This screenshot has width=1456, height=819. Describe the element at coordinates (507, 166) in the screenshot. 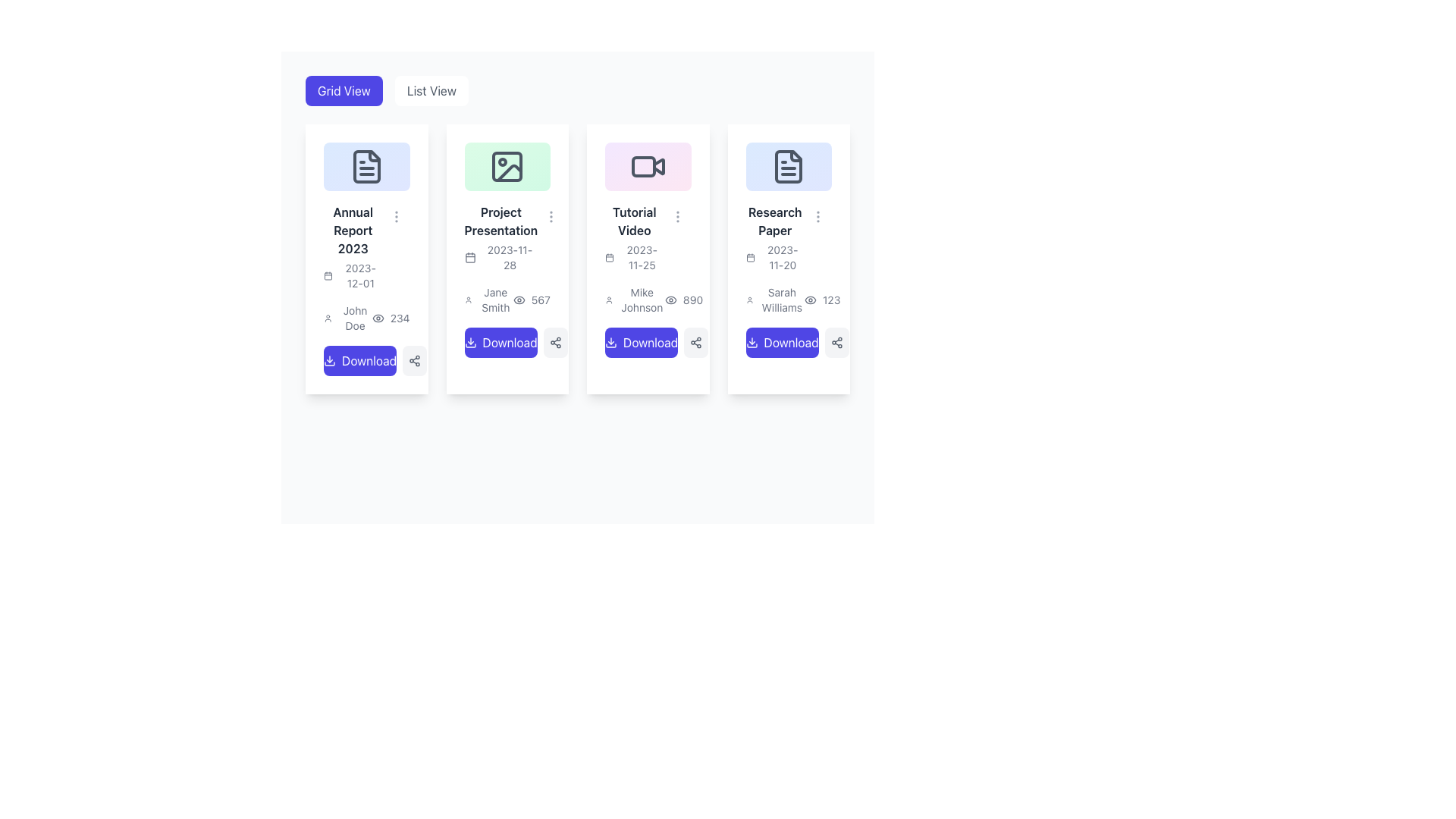

I see `the graphical icon element that is part of the 'Project Presentation' card, which is a small rectangular shape with rounded corners within an image-like icon` at that location.